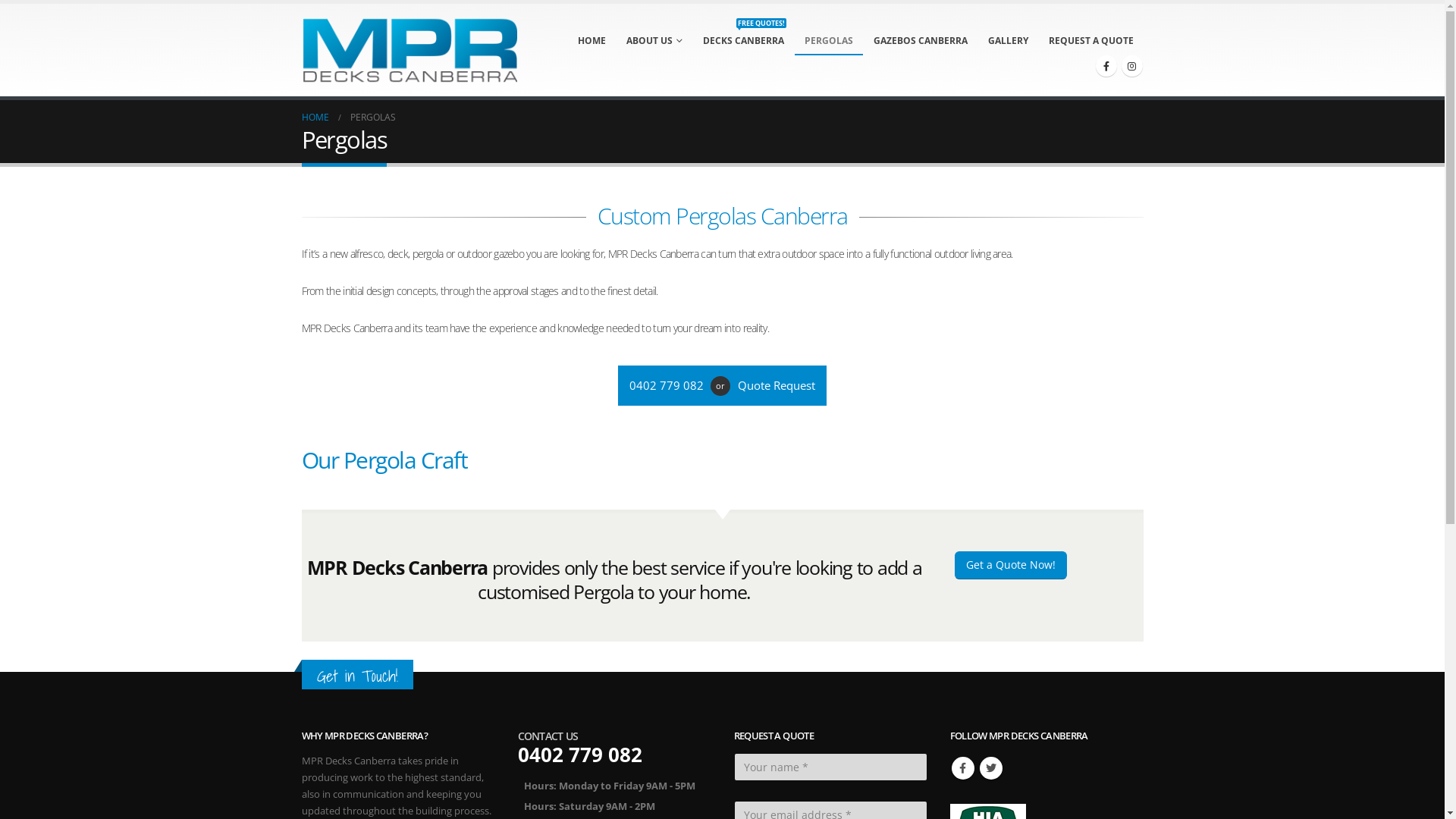  I want to click on 'REQUEST A QUOTE', so click(1090, 39).